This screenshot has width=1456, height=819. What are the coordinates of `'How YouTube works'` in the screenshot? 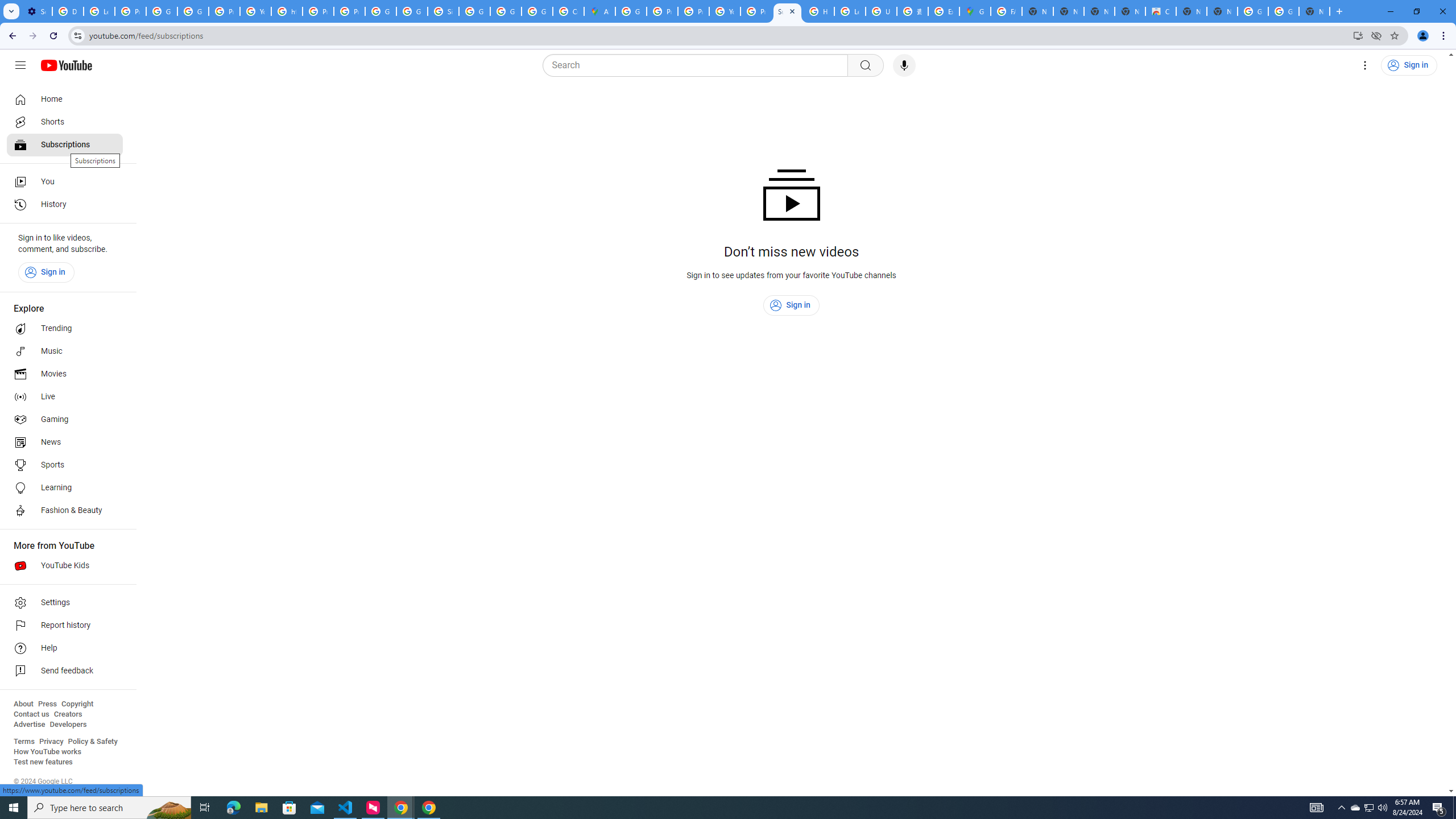 It's located at (47, 751).